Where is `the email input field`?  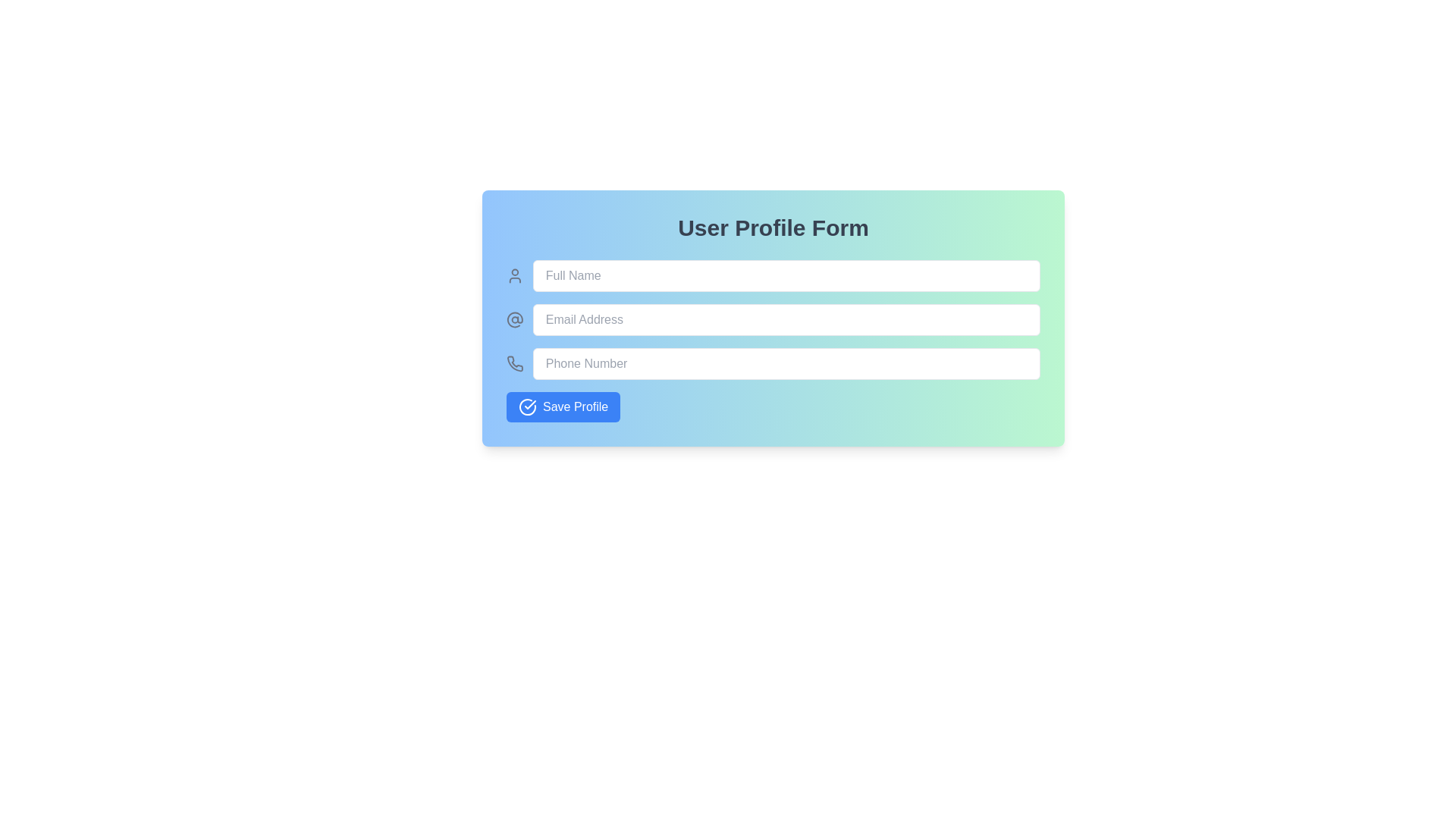 the email input field is located at coordinates (786, 318).